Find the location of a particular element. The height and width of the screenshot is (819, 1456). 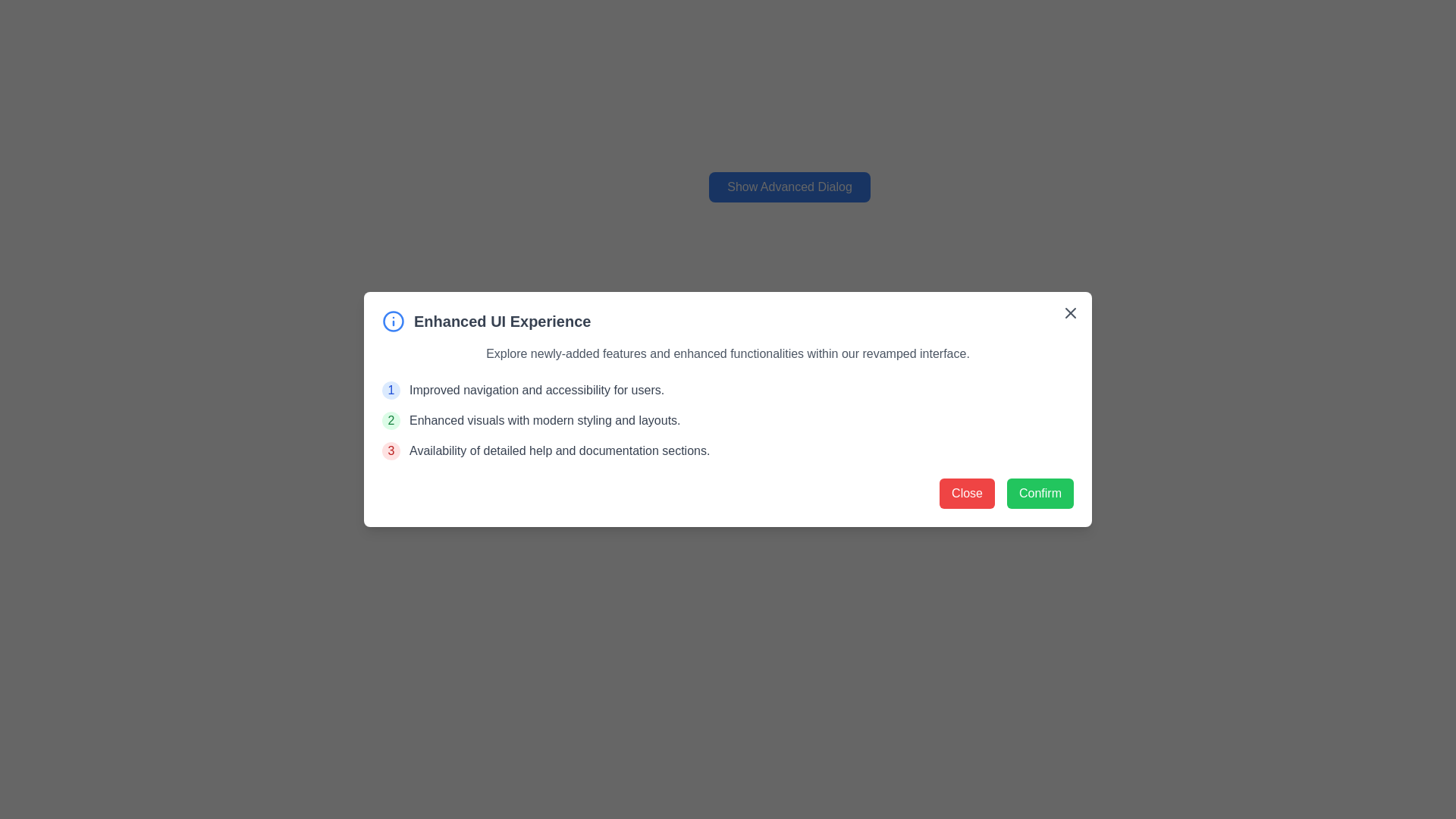

the text label displaying 'Availability of detailed help and documentation sections.' in the dialog box titled 'Enhanced UI Experience', which is the third item in the list is located at coordinates (559, 450).